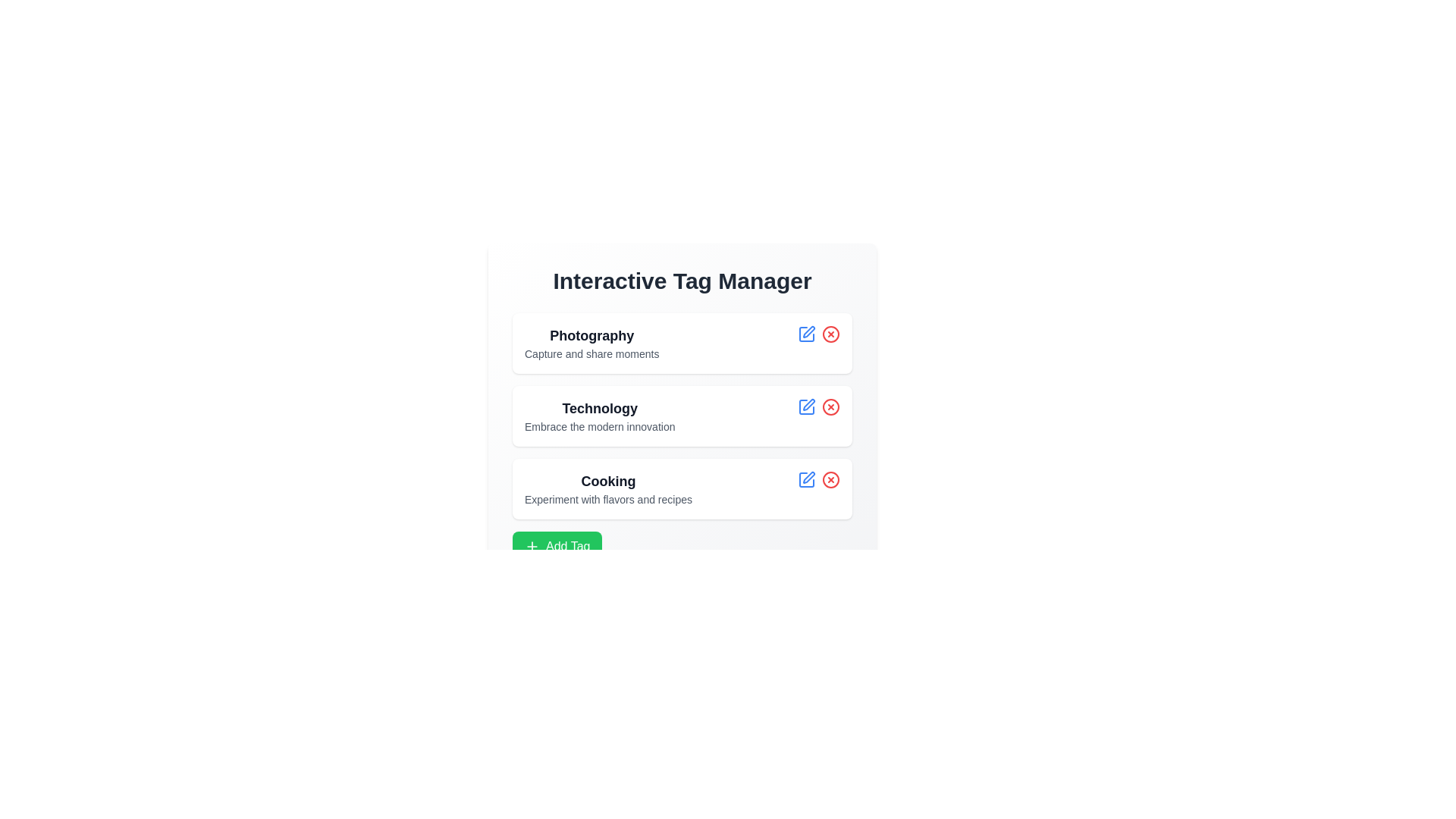 The width and height of the screenshot is (1456, 819). Describe the element at coordinates (806, 406) in the screenshot. I see `the leftmost edit icon button at the top right corner of the 'Technology' card to initiate edit` at that location.